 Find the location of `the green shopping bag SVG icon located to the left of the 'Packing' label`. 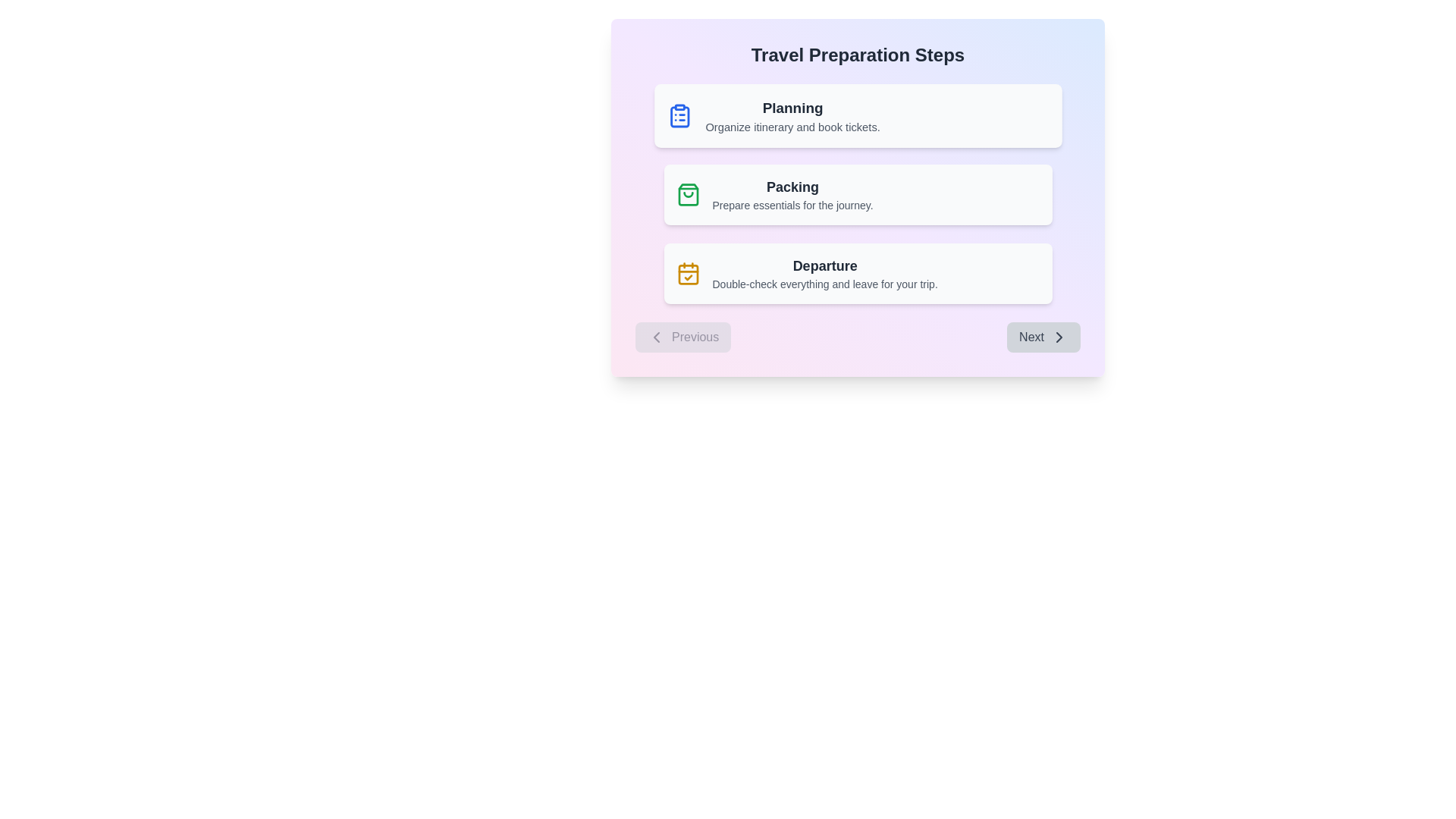

the green shopping bag SVG icon located to the left of the 'Packing' label is located at coordinates (687, 194).